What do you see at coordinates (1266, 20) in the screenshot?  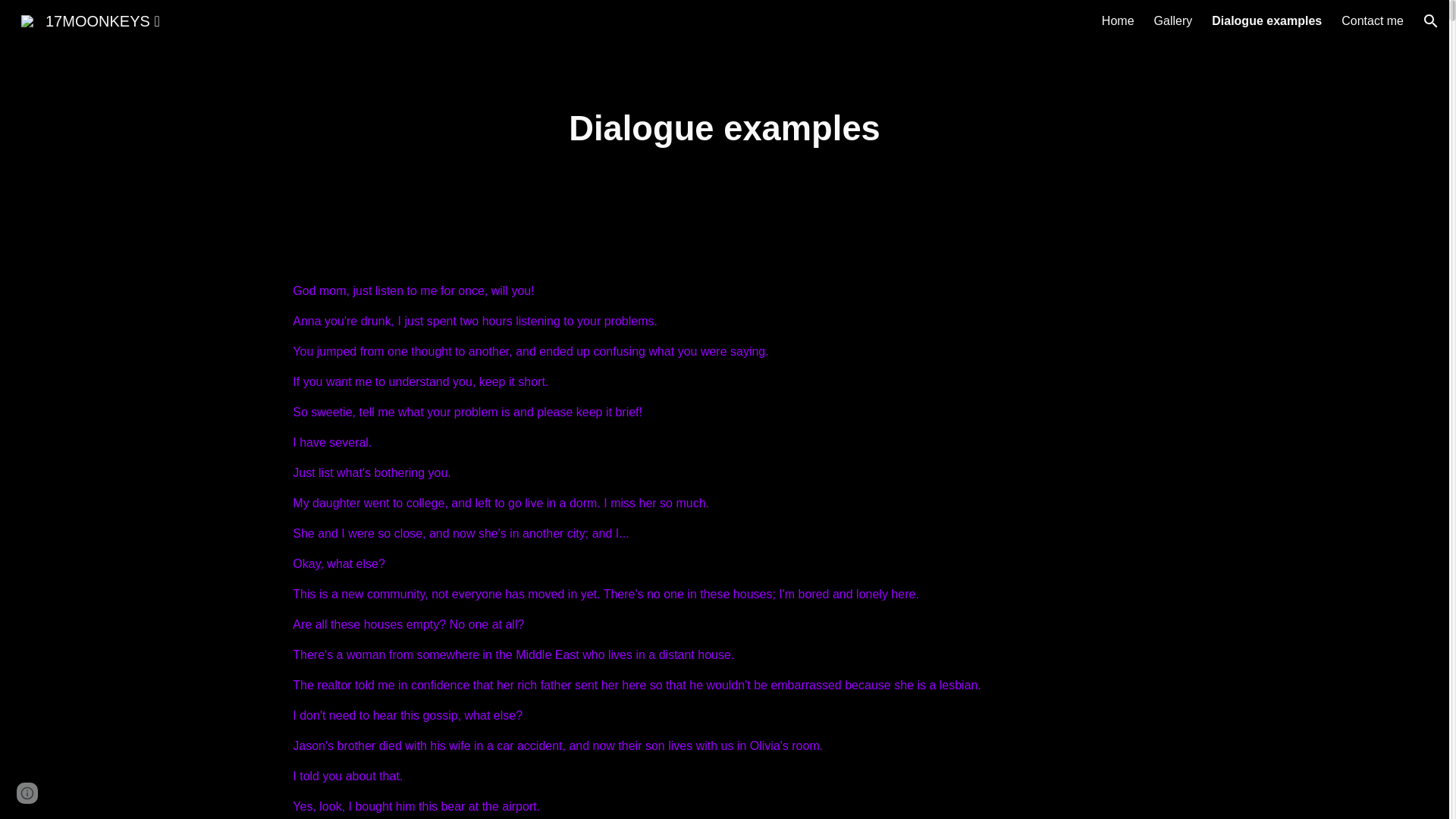 I see `'Dialogue examples'` at bounding box center [1266, 20].